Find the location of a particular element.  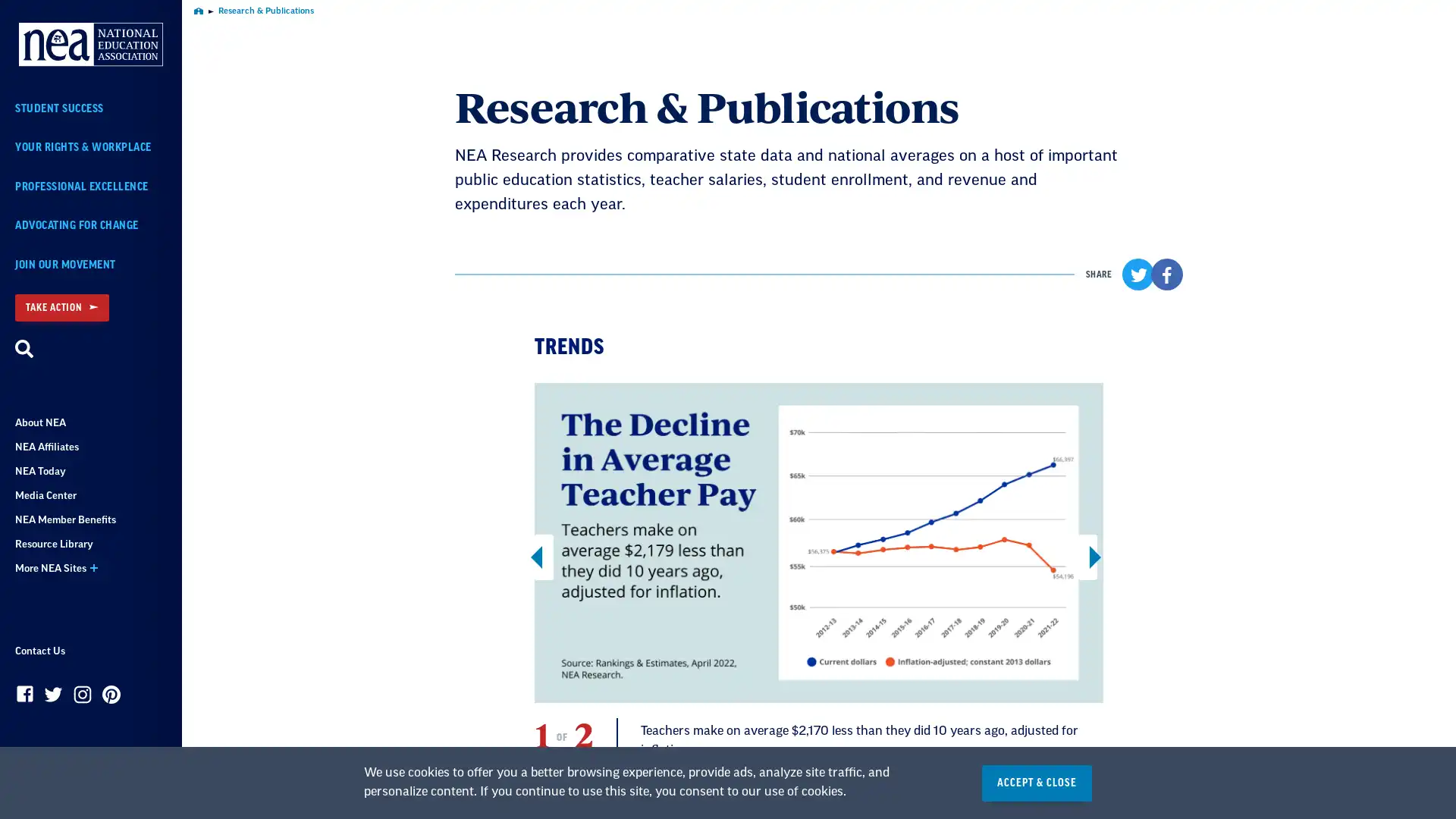

More NEA Sites is located at coordinates (90, 568).